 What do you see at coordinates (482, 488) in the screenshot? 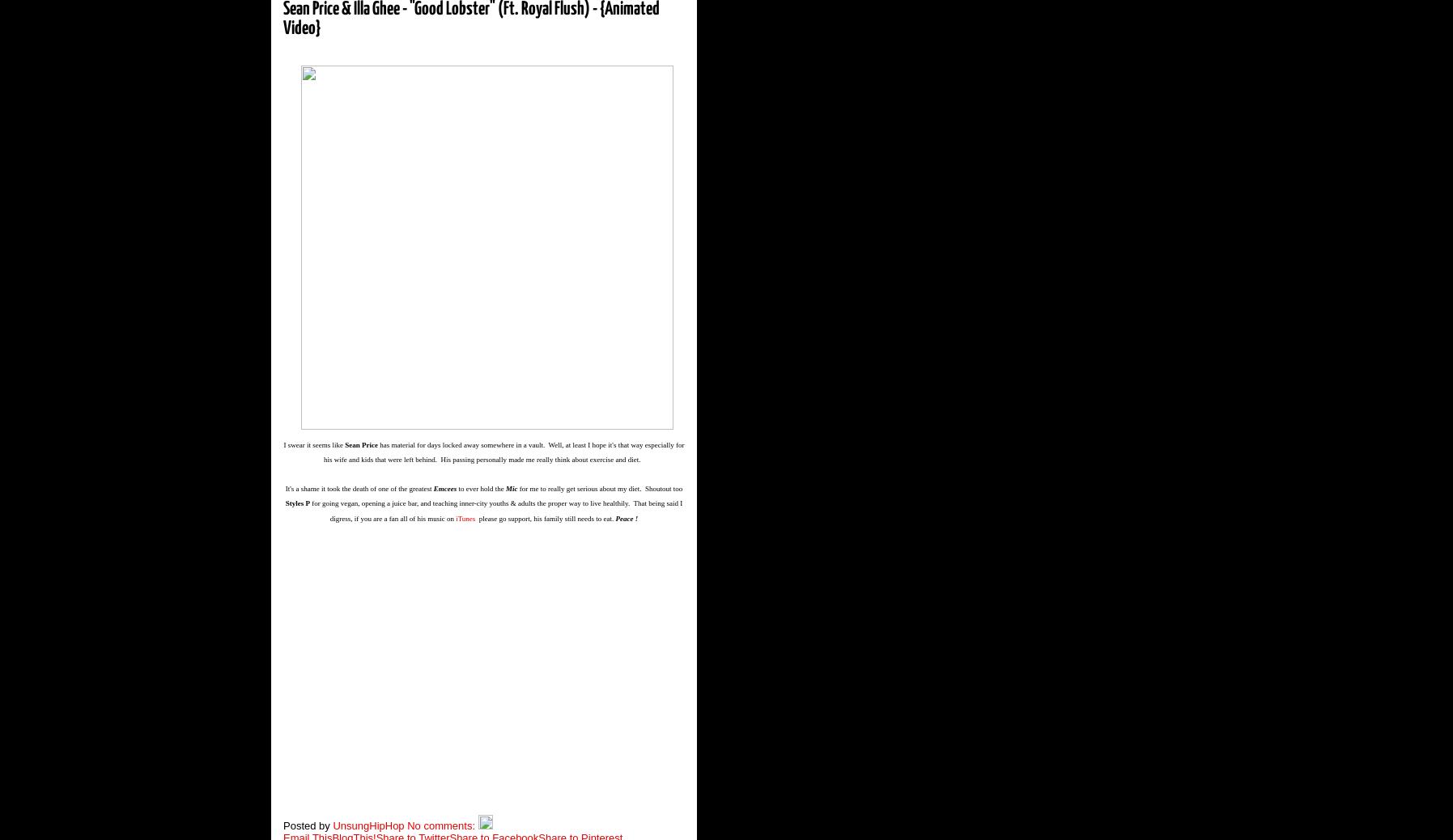
I see `'to ever hold the'` at bounding box center [482, 488].